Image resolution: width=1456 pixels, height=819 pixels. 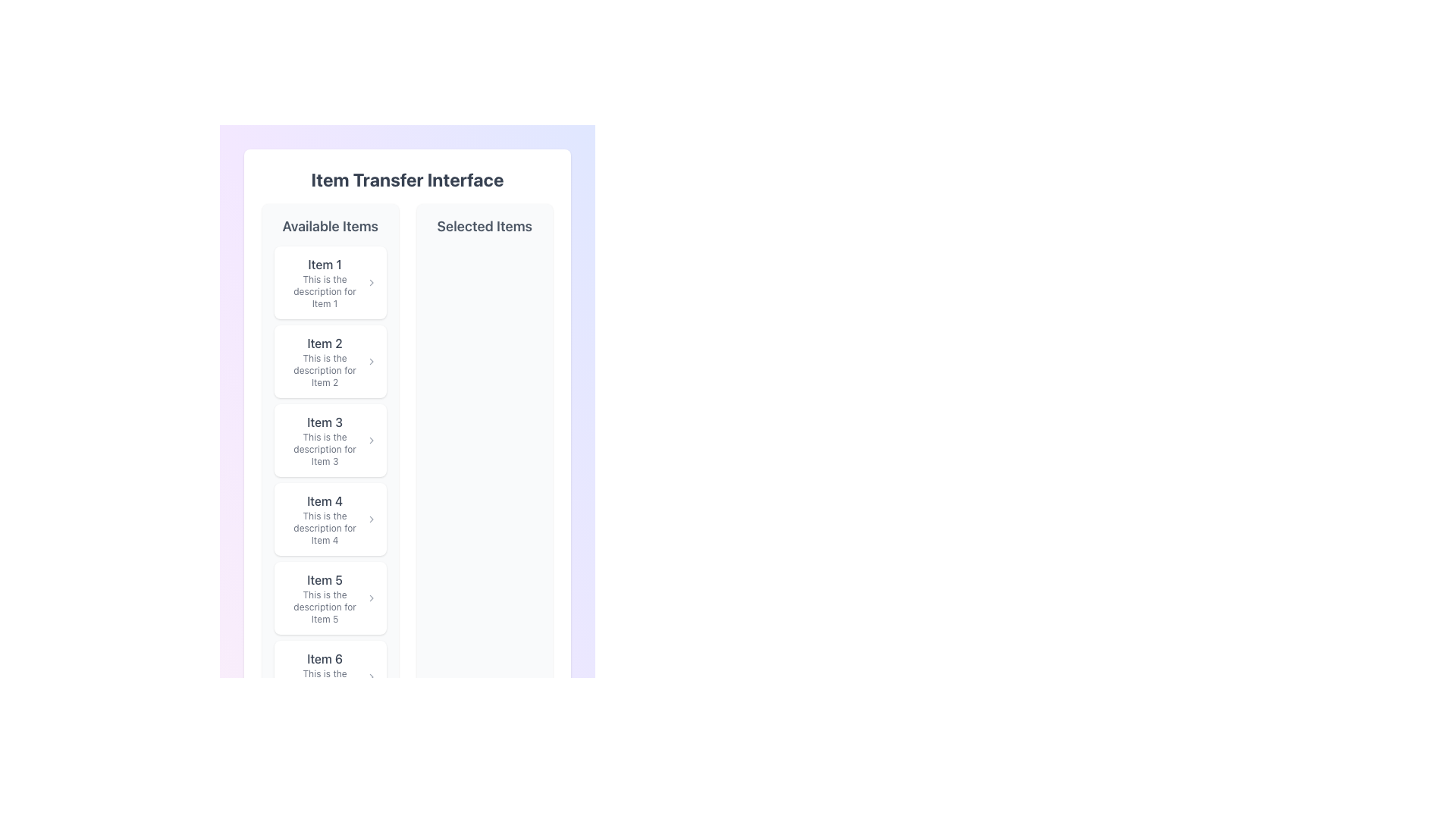 I want to click on the non-interactive Text Label that displays descriptive information related to Item 4, positioned beneath the title 'Item 4', so click(x=324, y=528).